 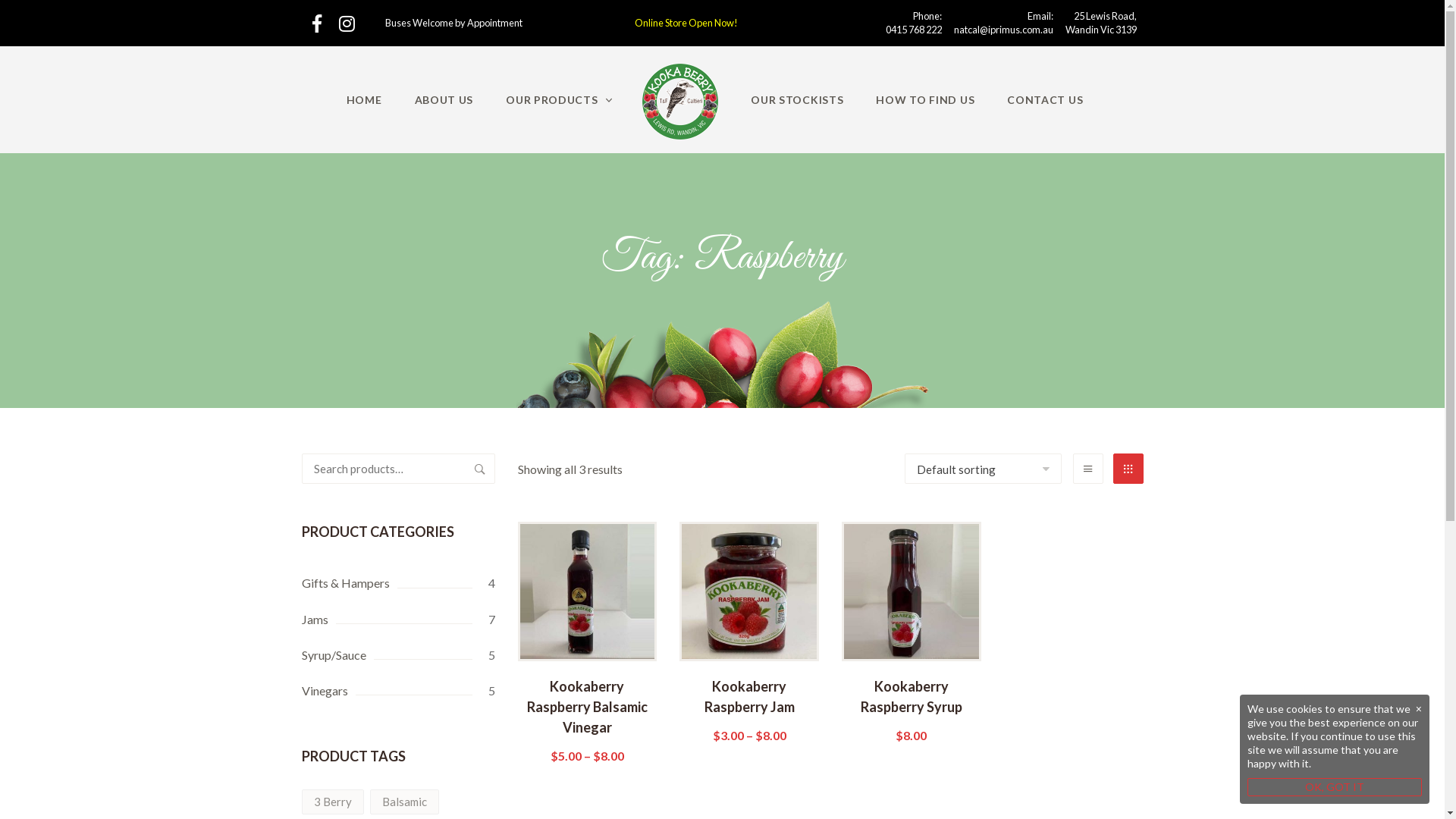 What do you see at coordinates (1043, 99) in the screenshot?
I see `'CONTACT US'` at bounding box center [1043, 99].